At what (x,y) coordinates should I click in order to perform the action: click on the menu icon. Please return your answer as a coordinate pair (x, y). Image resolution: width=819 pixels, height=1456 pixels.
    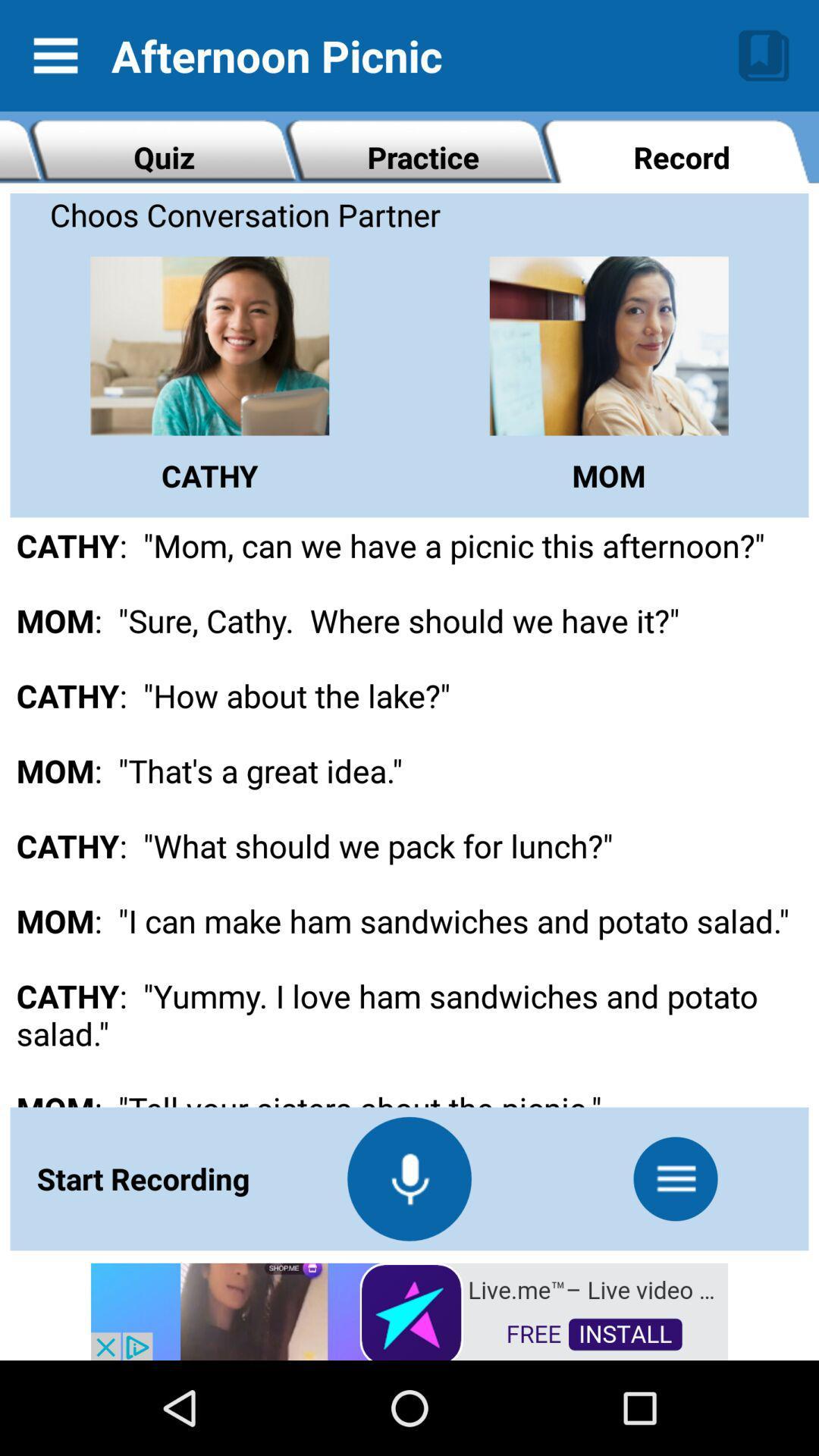
    Looking at the image, I should click on (675, 1178).